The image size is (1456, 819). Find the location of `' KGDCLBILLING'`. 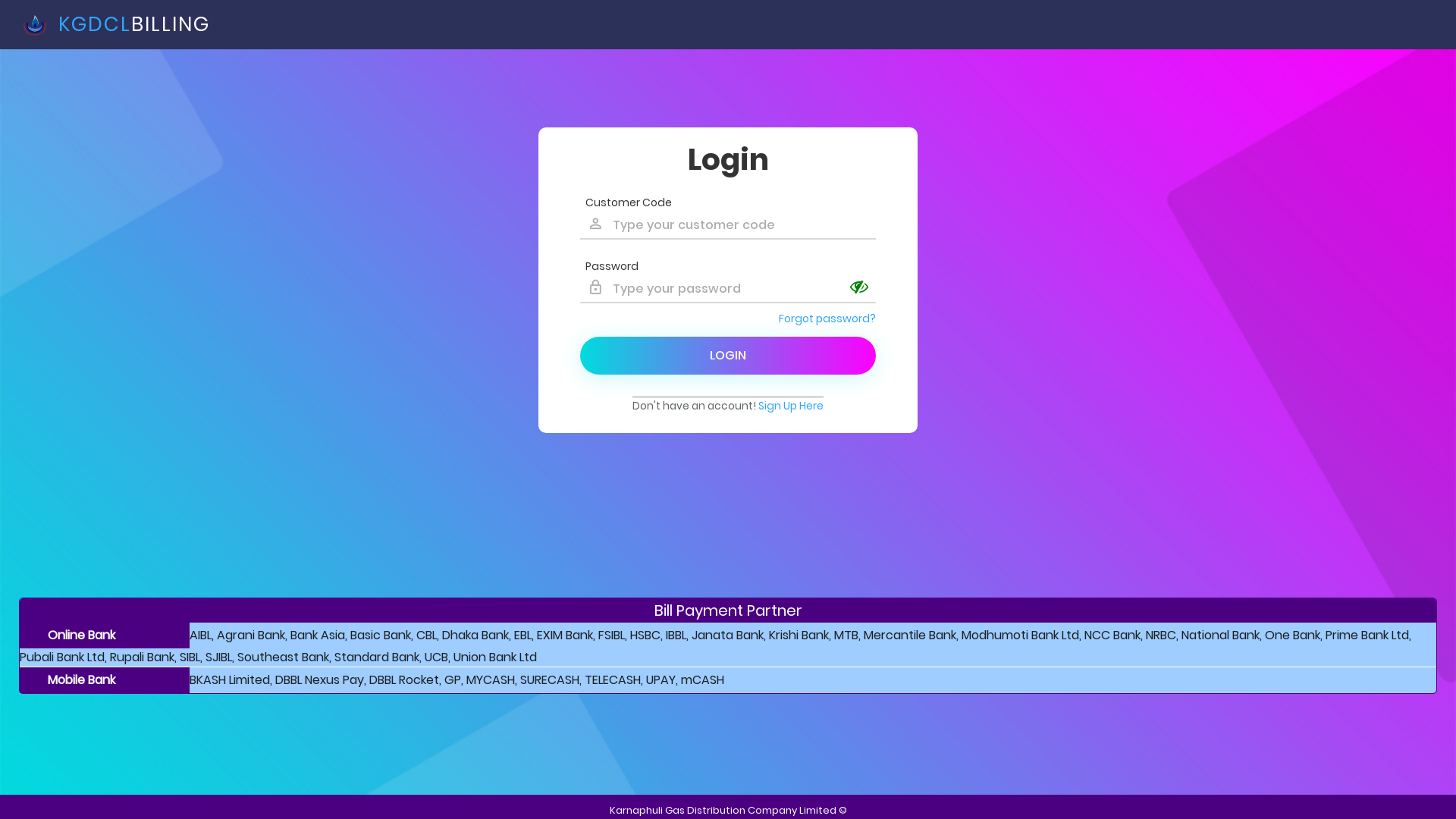

' KGDCLBILLING' is located at coordinates (115, 24).